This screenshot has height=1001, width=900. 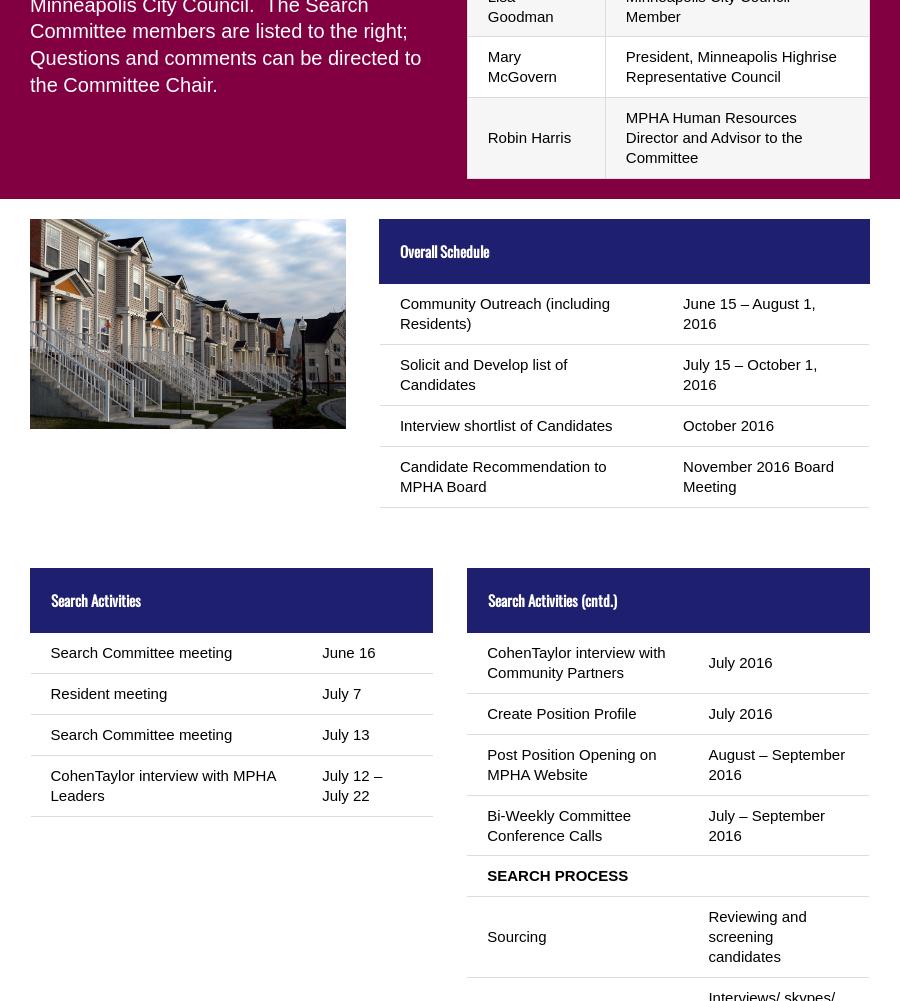 What do you see at coordinates (485, 660) in the screenshot?
I see `'CohenTaylor interview with Community Partners'` at bounding box center [485, 660].